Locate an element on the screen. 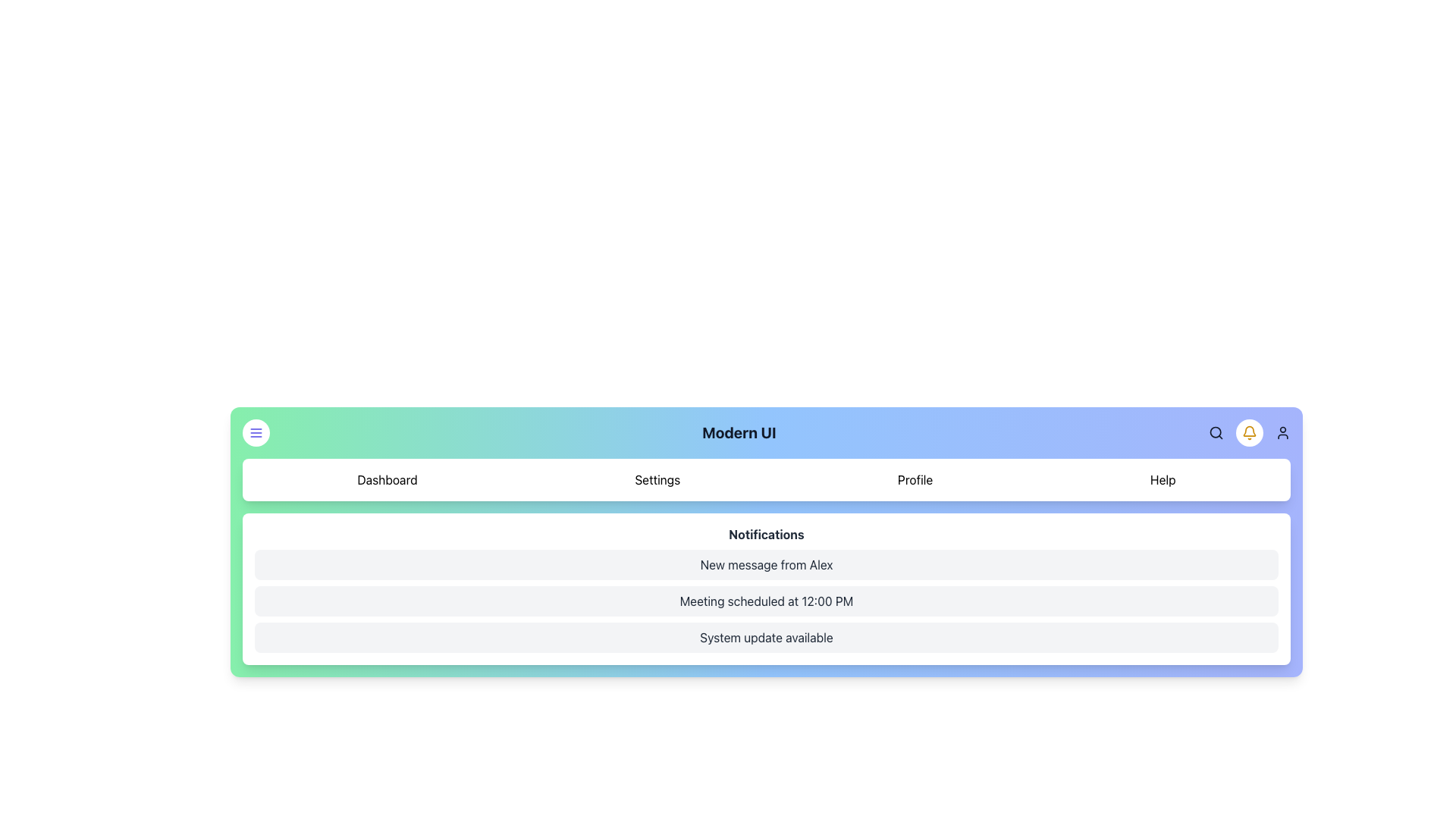 This screenshot has height=819, width=1456. the Text Display Box displaying 'System update available', which is the third notification in the list under 'Notifications' is located at coordinates (767, 637).